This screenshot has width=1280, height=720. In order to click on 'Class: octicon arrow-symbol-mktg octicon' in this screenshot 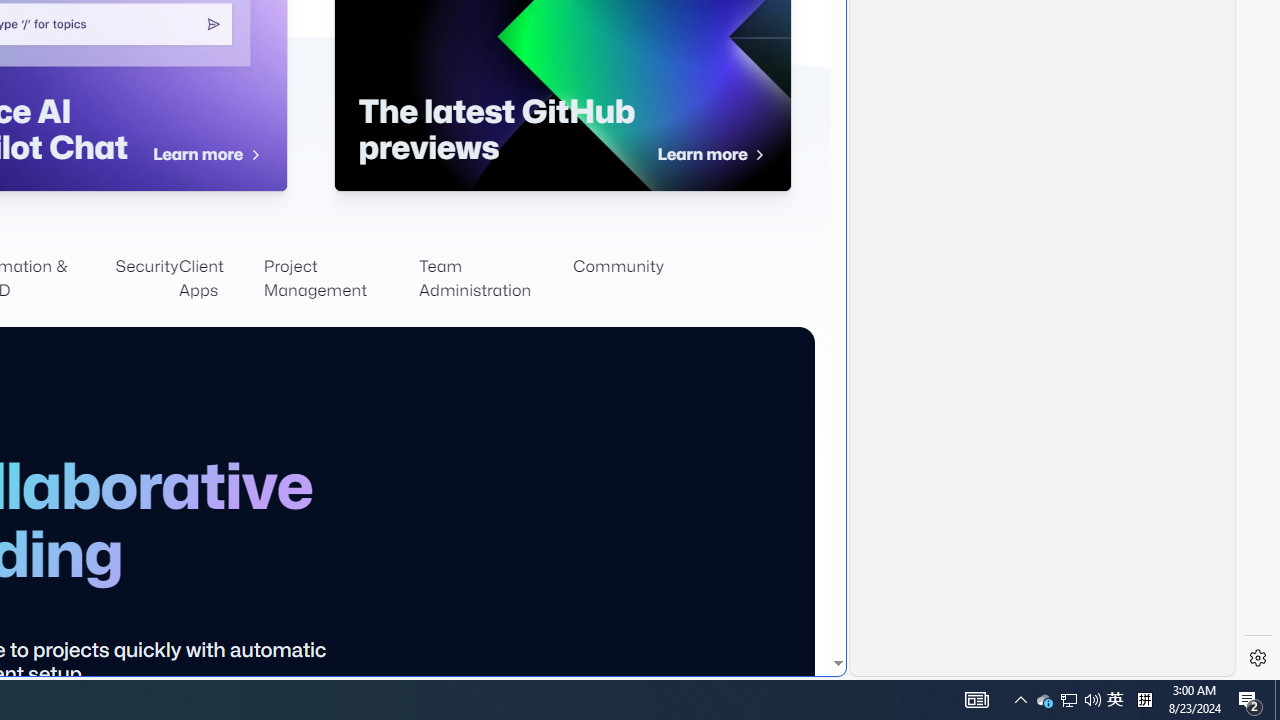, I will do `click(758, 154)`.